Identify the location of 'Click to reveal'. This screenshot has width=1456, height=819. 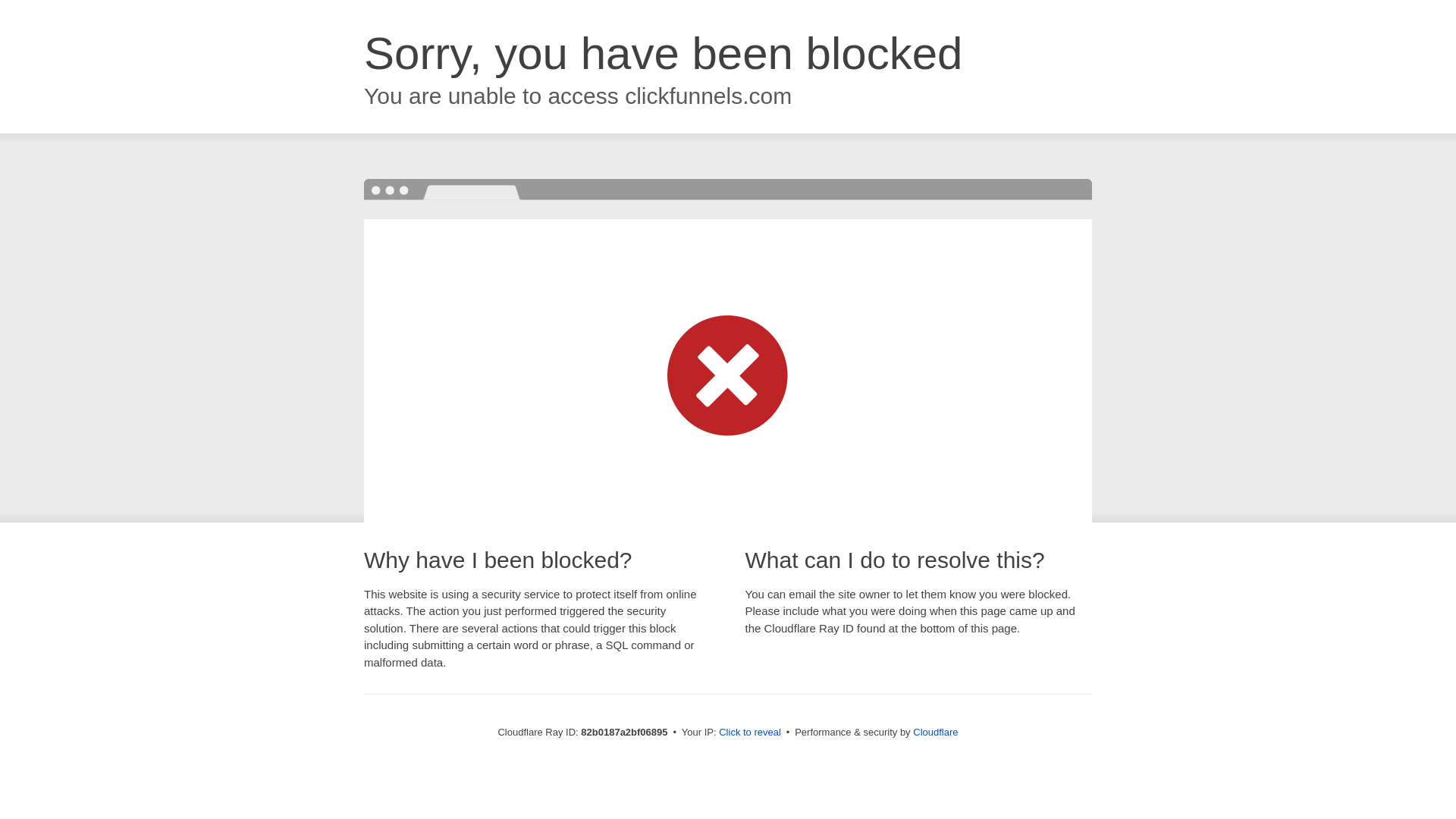
(749, 731).